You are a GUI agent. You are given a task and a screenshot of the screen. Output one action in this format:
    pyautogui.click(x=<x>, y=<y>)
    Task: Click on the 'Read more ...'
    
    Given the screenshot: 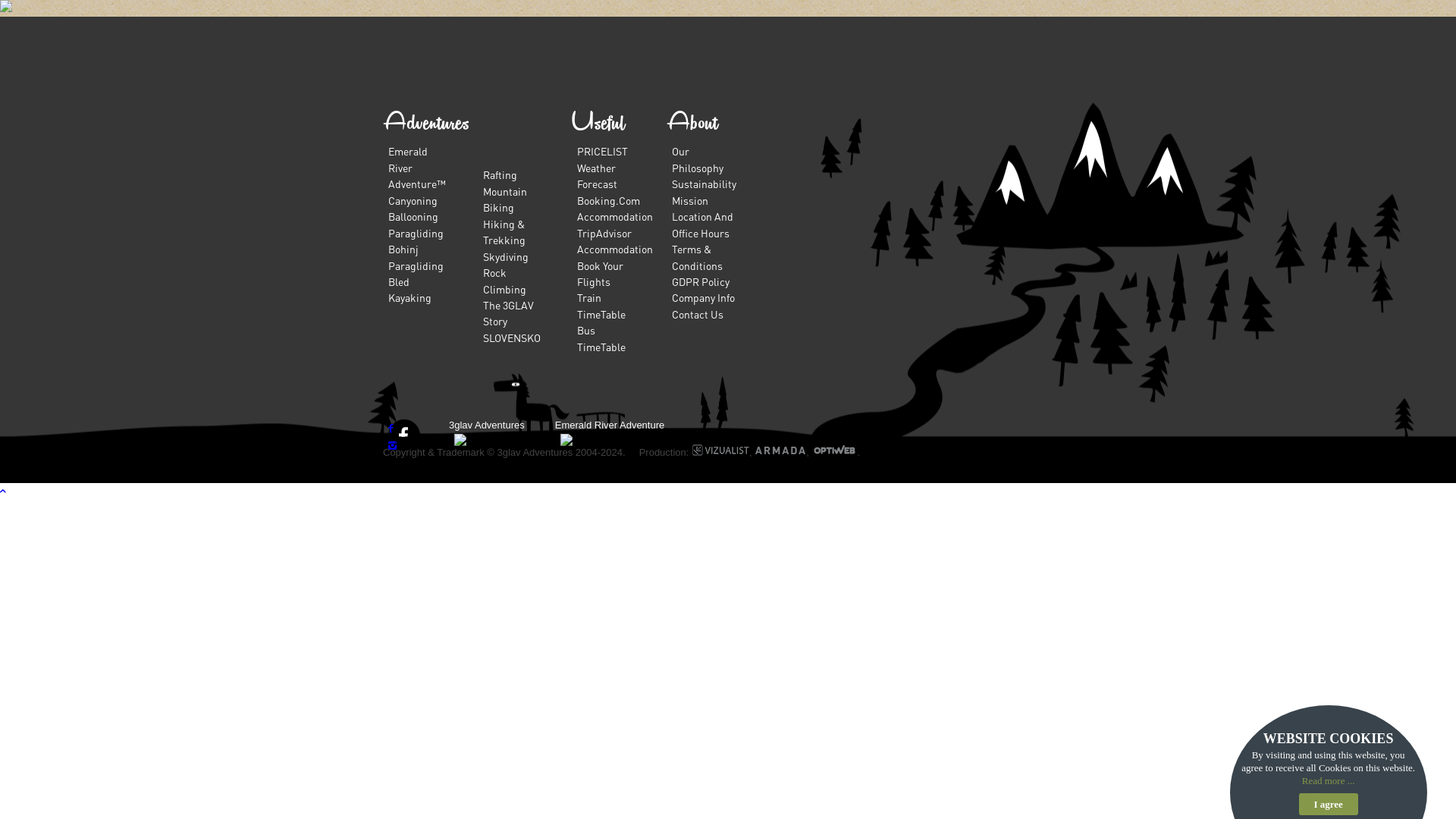 What is the action you would take?
    pyautogui.click(x=1328, y=780)
    